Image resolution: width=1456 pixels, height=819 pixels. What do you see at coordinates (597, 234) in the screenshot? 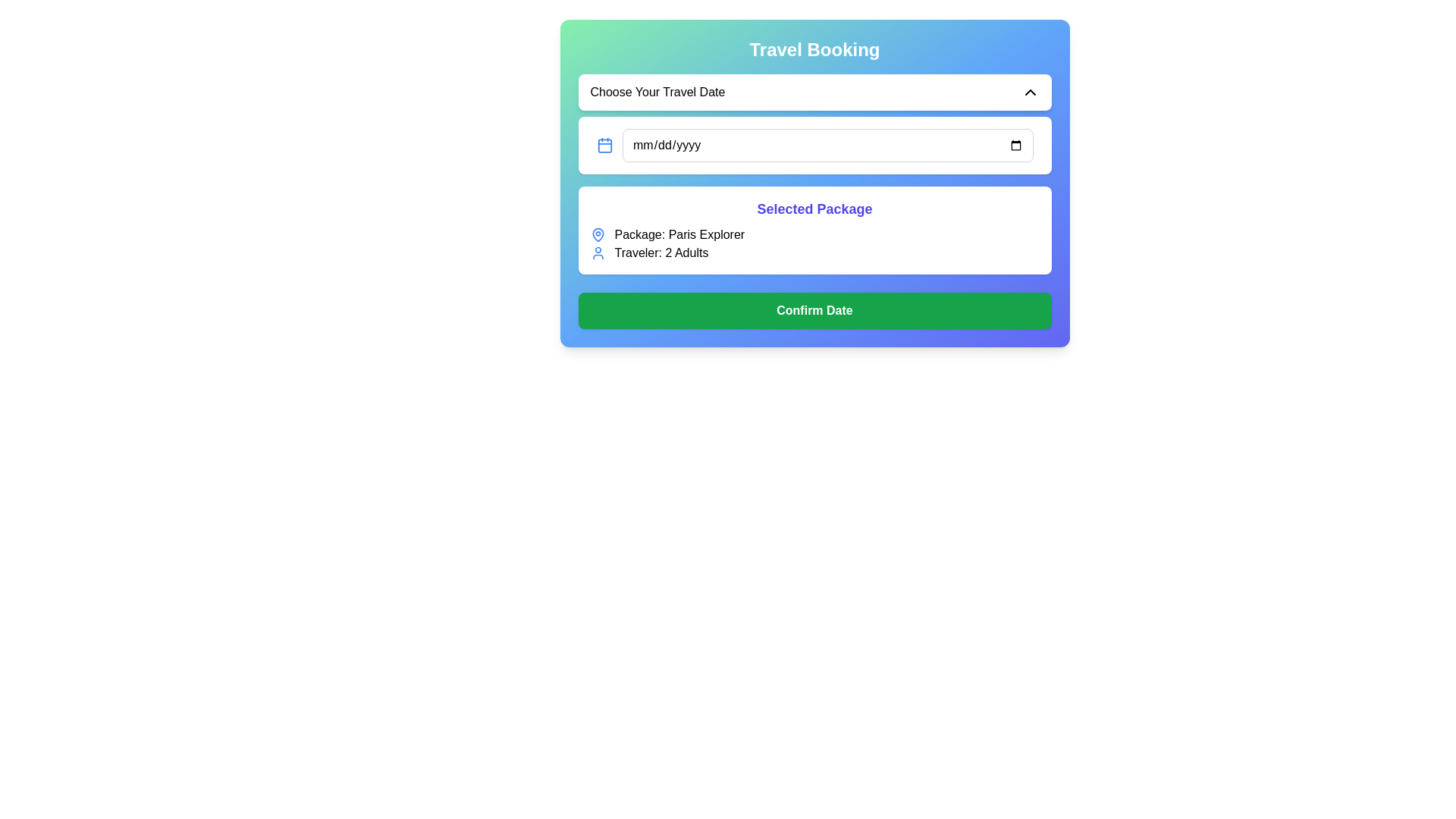
I see `the blue map pin icon located to the left of the text labeled 'Package: Paris Explorer'` at bounding box center [597, 234].